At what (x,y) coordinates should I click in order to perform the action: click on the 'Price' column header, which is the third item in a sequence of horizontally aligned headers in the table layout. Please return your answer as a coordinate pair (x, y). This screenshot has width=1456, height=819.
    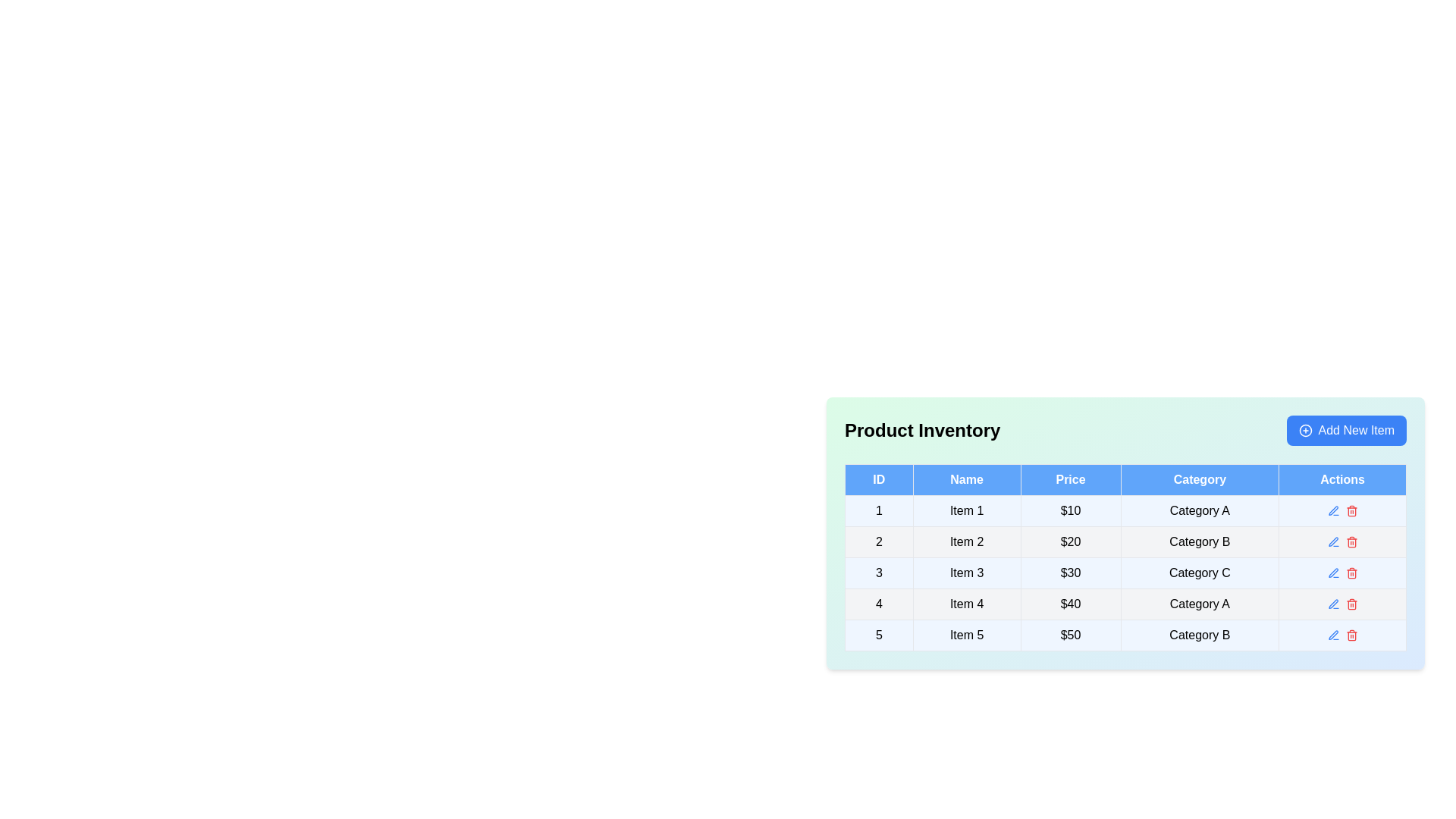
    Looking at the image, I should click on (1069, 479).